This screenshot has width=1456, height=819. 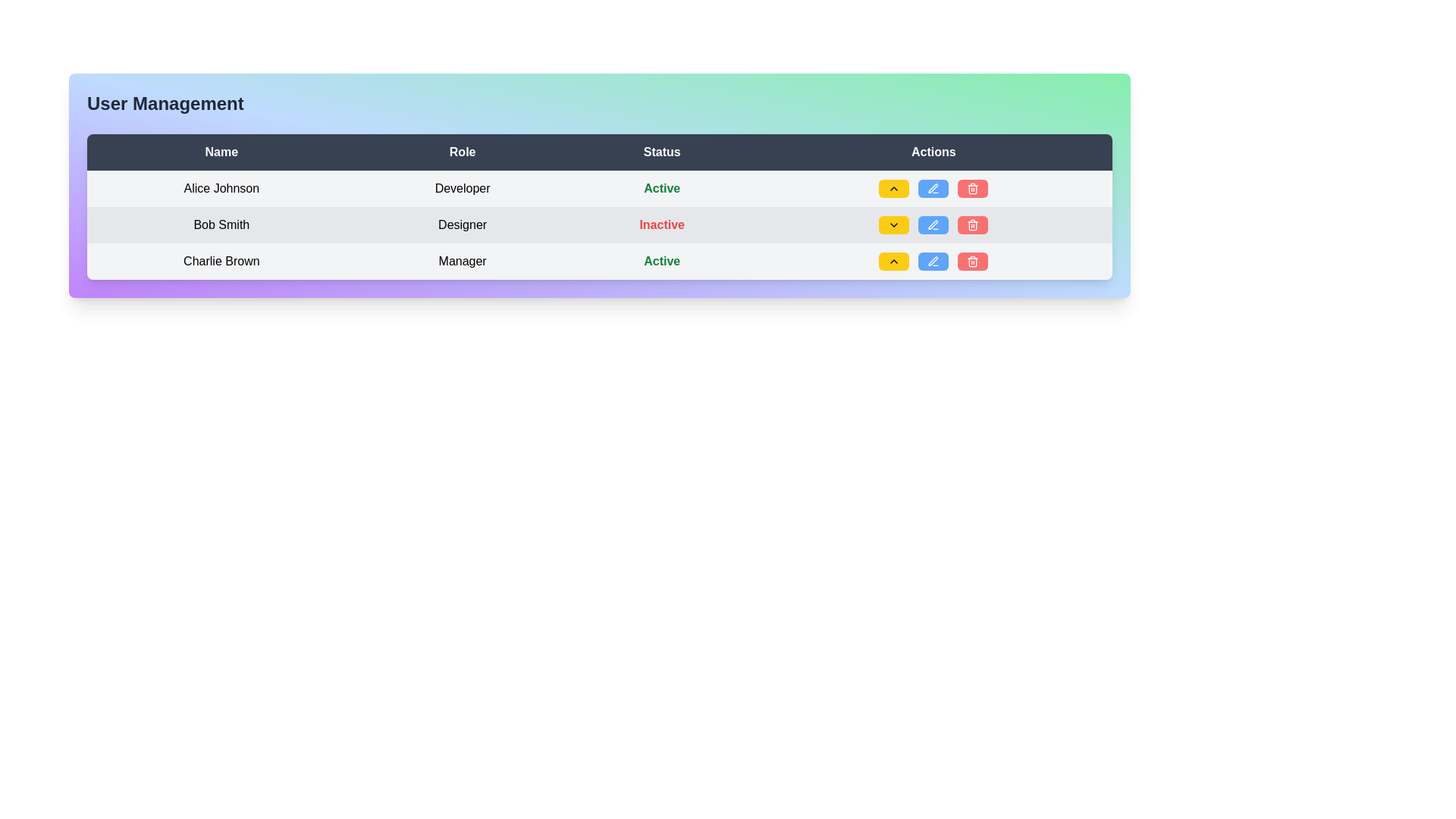 I want to click on the informational text label indicating the current status of user 'Bob Smith' in the 'Status' column of the table, so click(x=662, y=224).